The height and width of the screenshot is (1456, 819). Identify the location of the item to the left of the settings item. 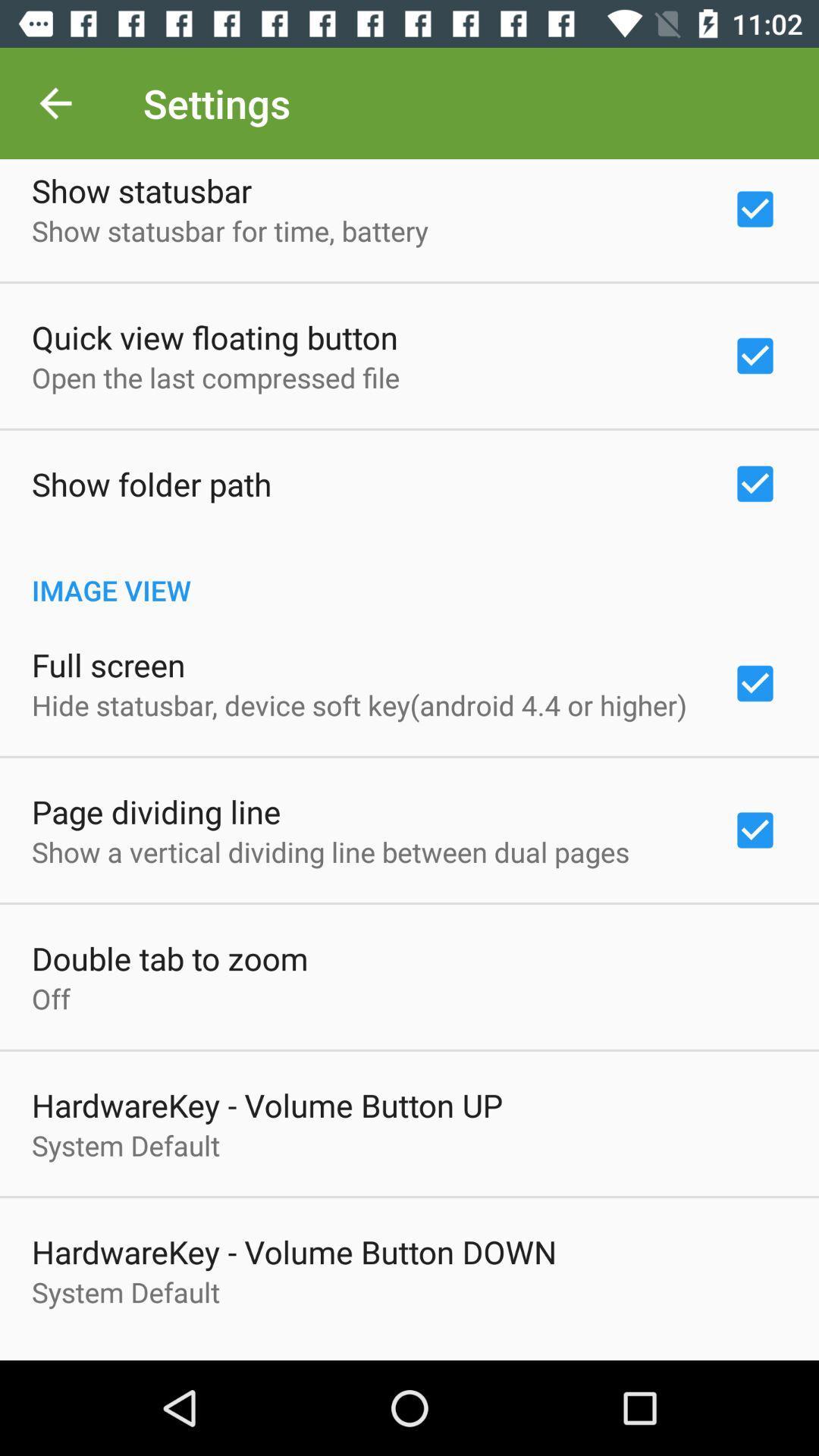
(55, 102).